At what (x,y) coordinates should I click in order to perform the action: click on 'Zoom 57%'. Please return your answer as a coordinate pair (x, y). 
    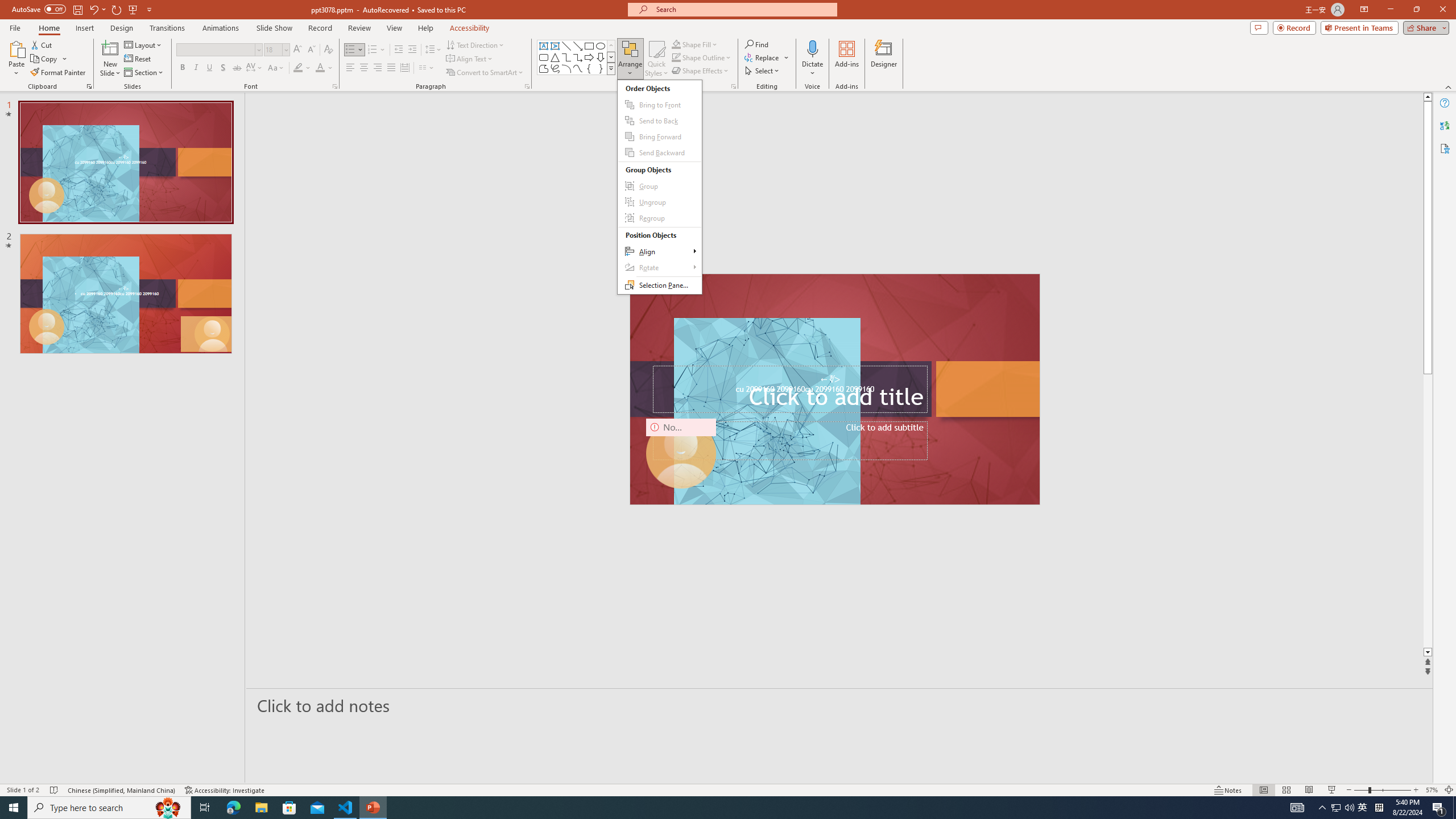
    Looking at the image, I should click on (1431, 790).